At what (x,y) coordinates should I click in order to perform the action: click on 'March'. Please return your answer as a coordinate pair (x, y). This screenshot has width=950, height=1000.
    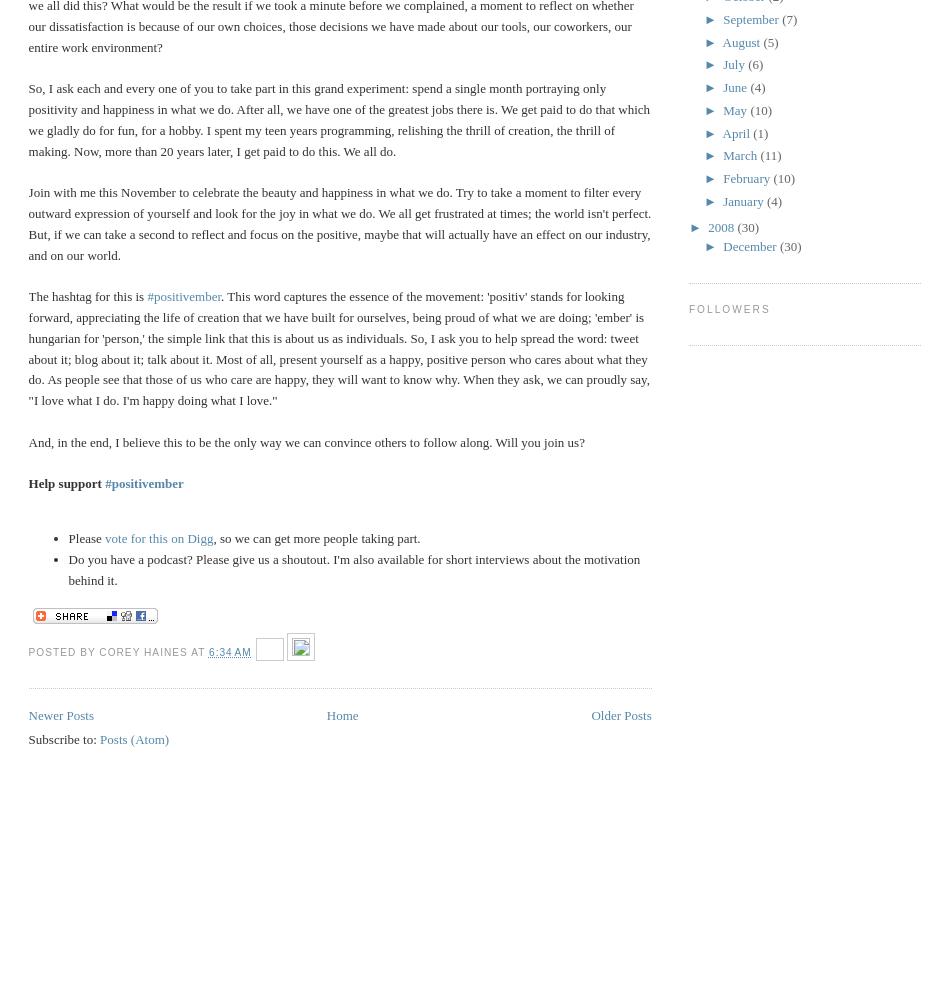
    Looking at the image, I should click on (740, 155).